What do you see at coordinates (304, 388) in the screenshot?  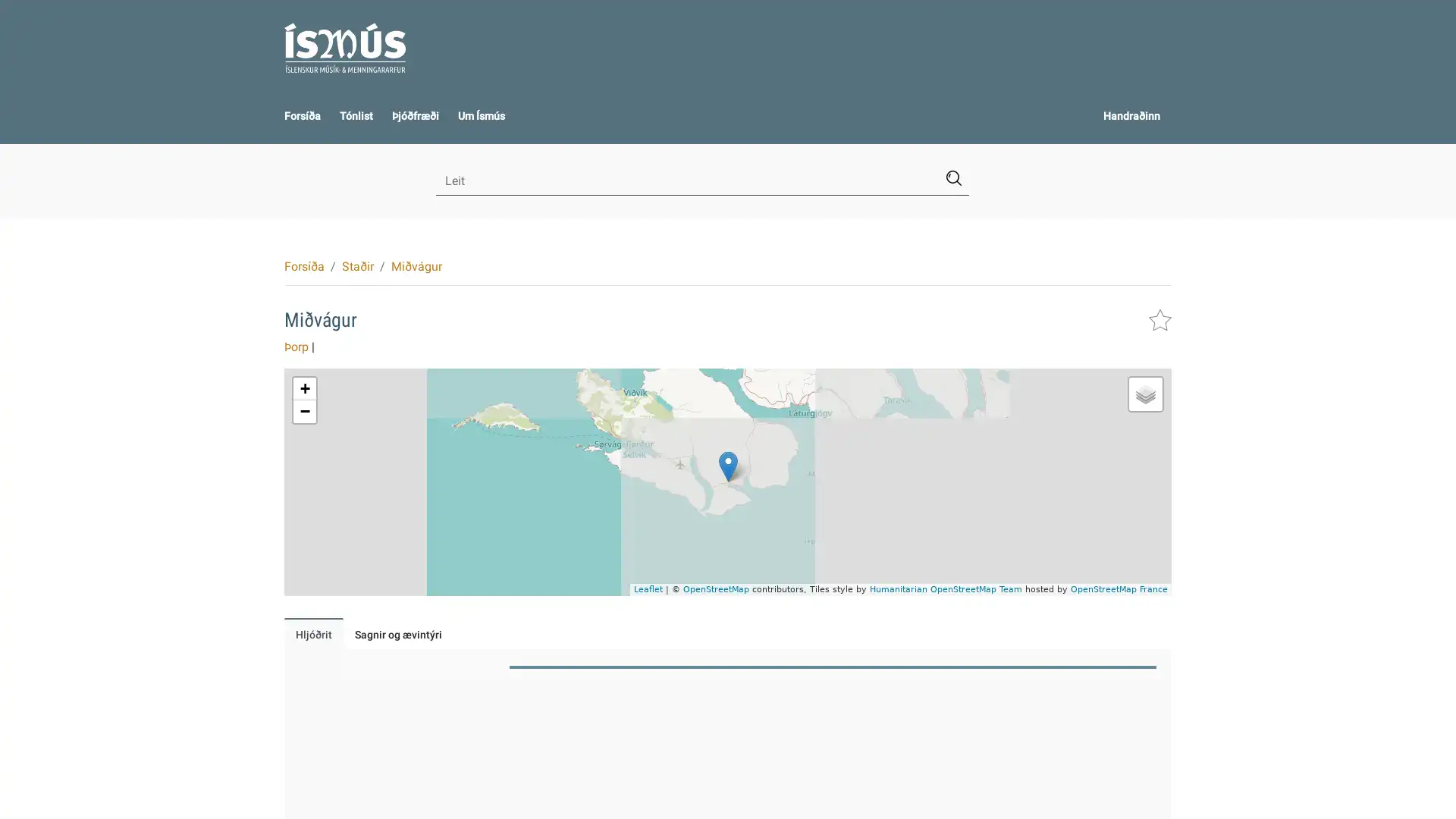 I see `Zoom in` at bounding box center [304, 388].